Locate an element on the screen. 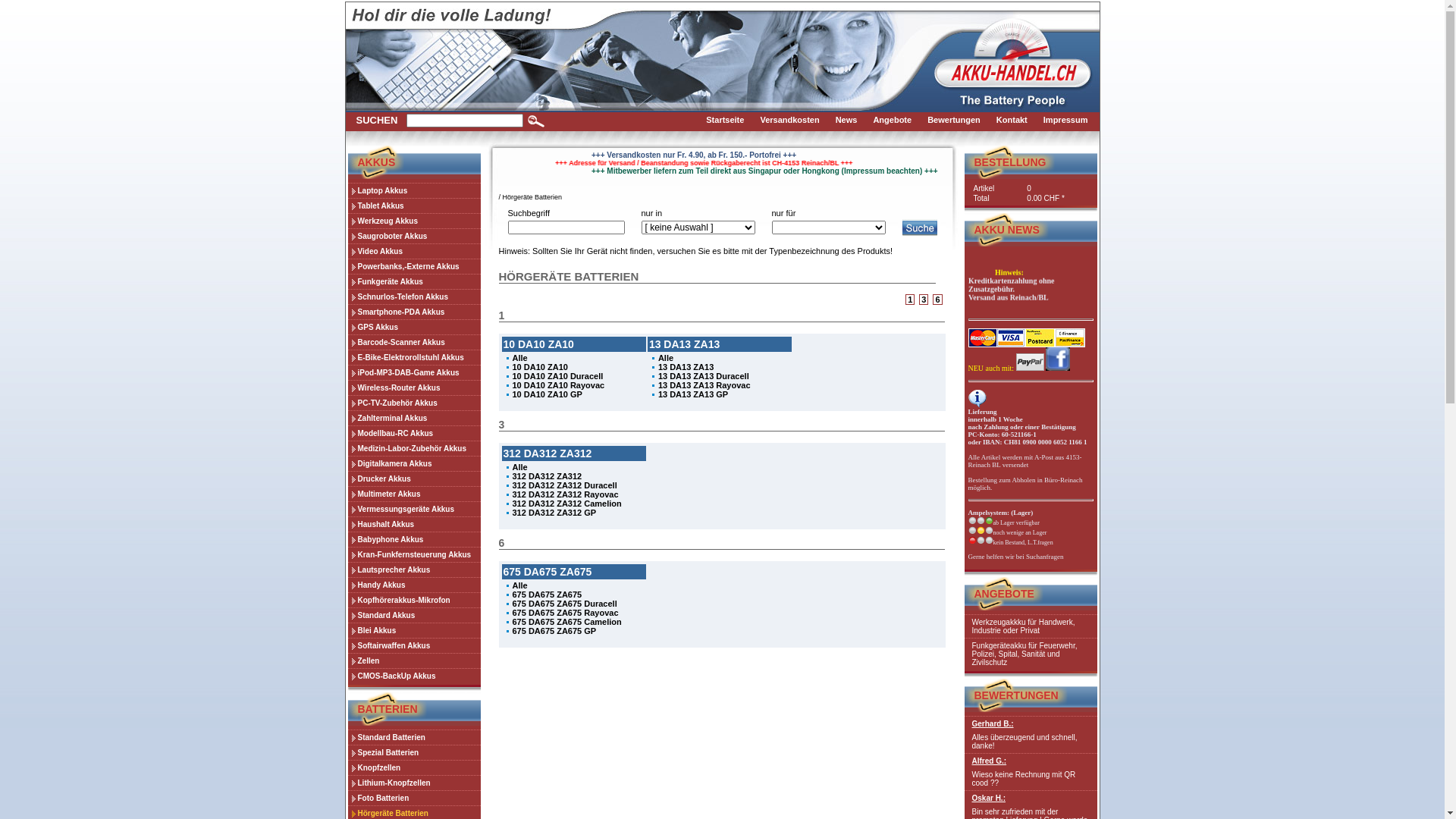 This screenshot has height=819, width=1456. 'iPod-MP3-DAB-Game Akkus' is located at coordinates (413, 372).